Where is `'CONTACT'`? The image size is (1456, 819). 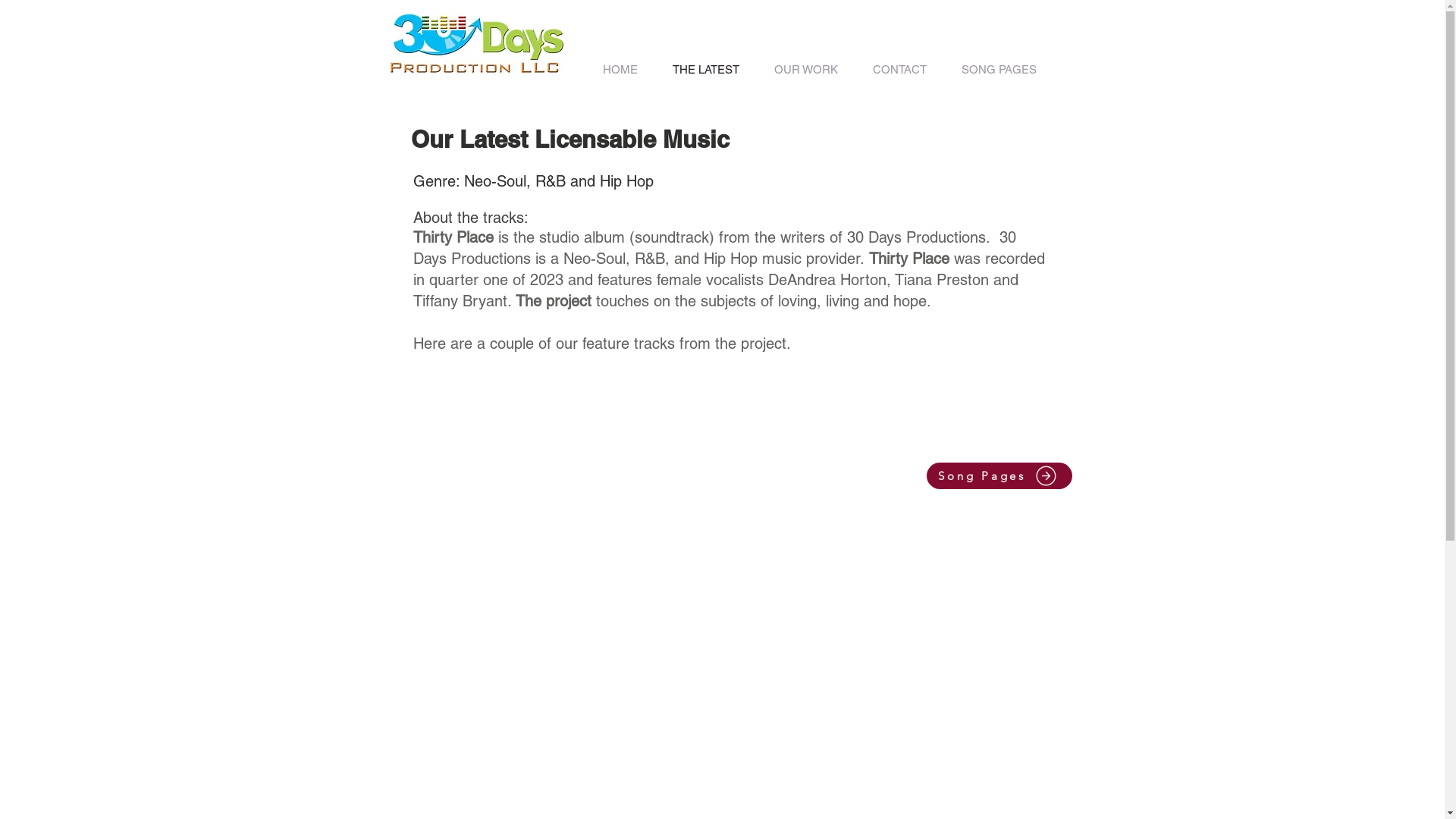
'CONTACT' is located at coordinates (899, 69).